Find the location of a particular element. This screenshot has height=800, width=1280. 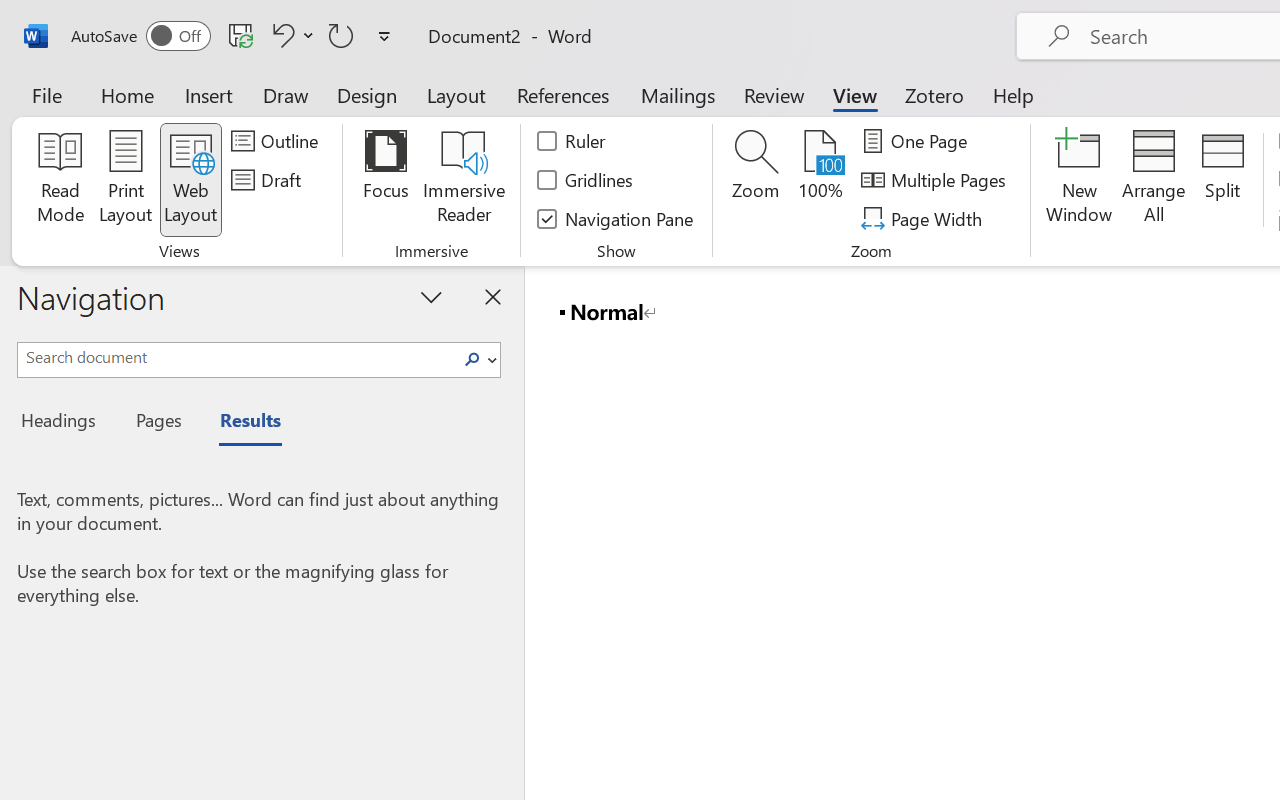

'Search document' is located at coordinates (237, 357).